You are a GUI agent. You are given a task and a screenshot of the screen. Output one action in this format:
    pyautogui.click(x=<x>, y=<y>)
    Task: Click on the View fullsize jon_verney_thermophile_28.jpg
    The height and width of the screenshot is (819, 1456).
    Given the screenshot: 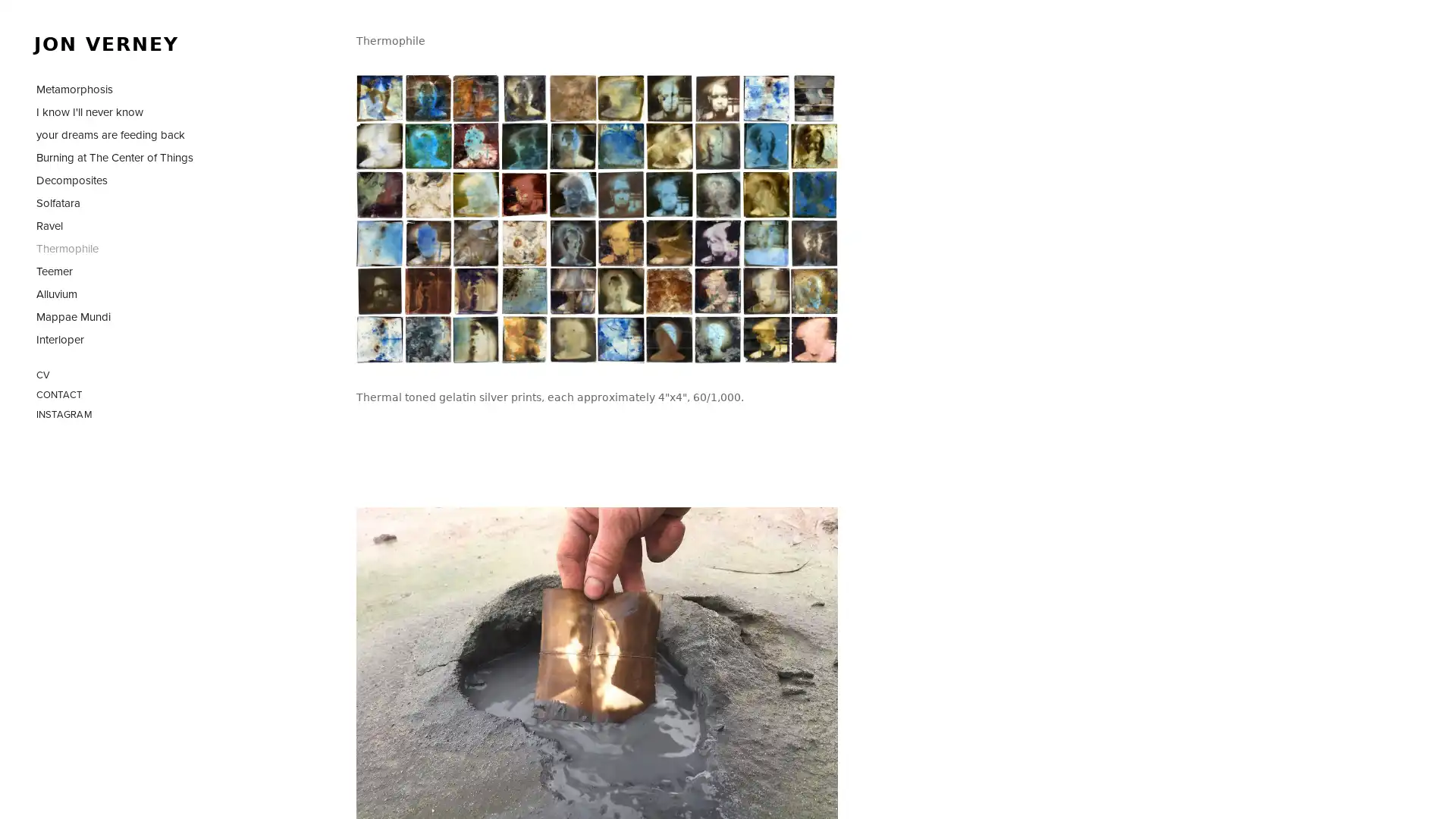 What is the action you would take?
    pyautogui.click(x=379, y=146)
    